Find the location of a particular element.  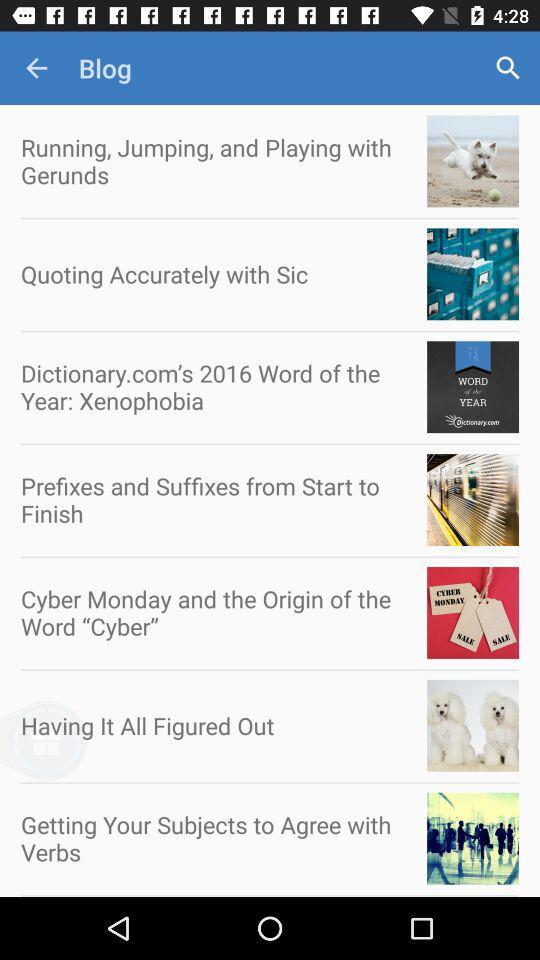

app to the left of blog icon is located at coordinates (36, 68).